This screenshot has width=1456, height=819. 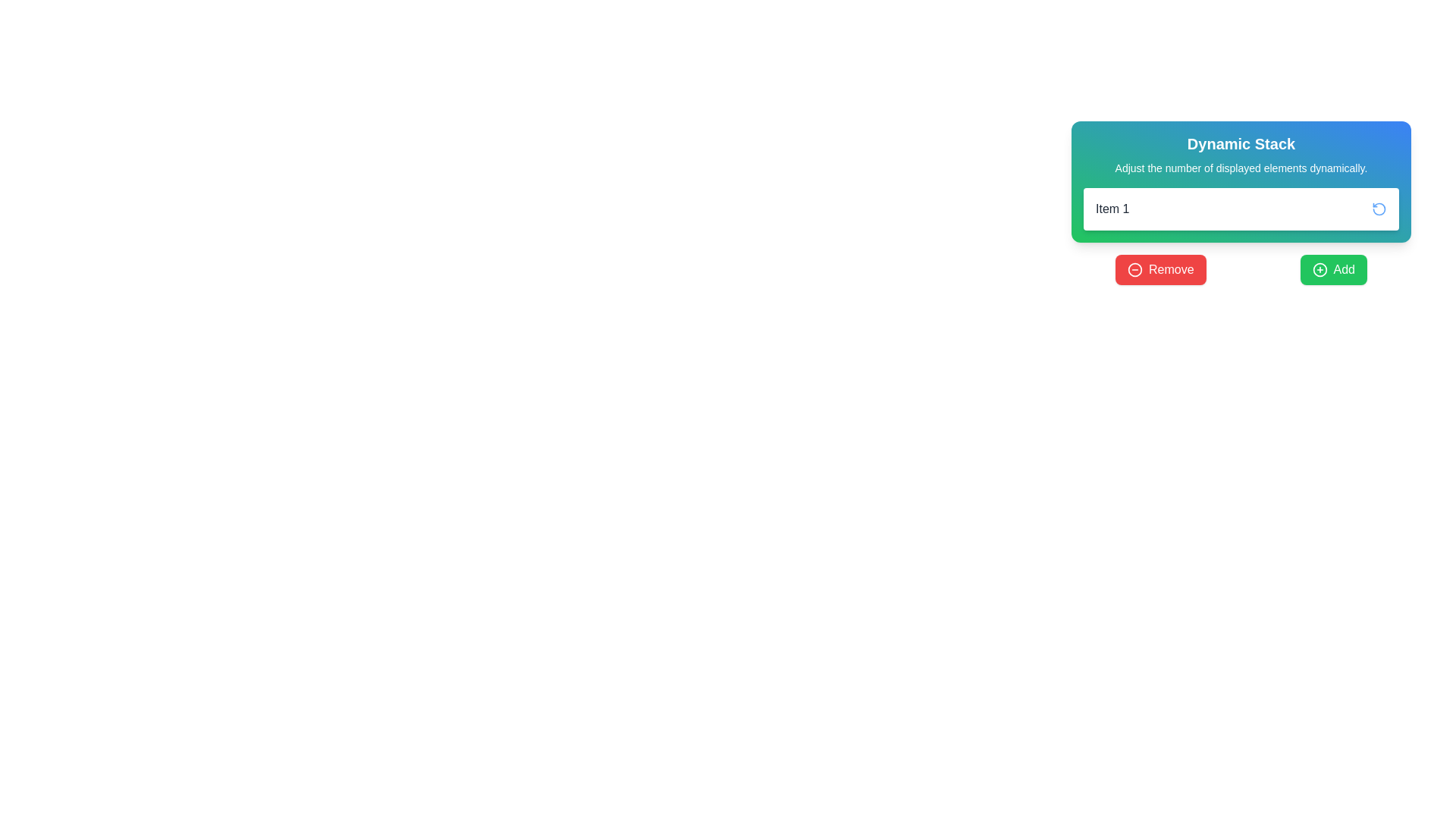 What do you see at coordinates (1318, 268) in the screenshot?
I see `the icon component of the green 'Add' button located at the lower-right side of the interface` at bounding box center [1318, 268].